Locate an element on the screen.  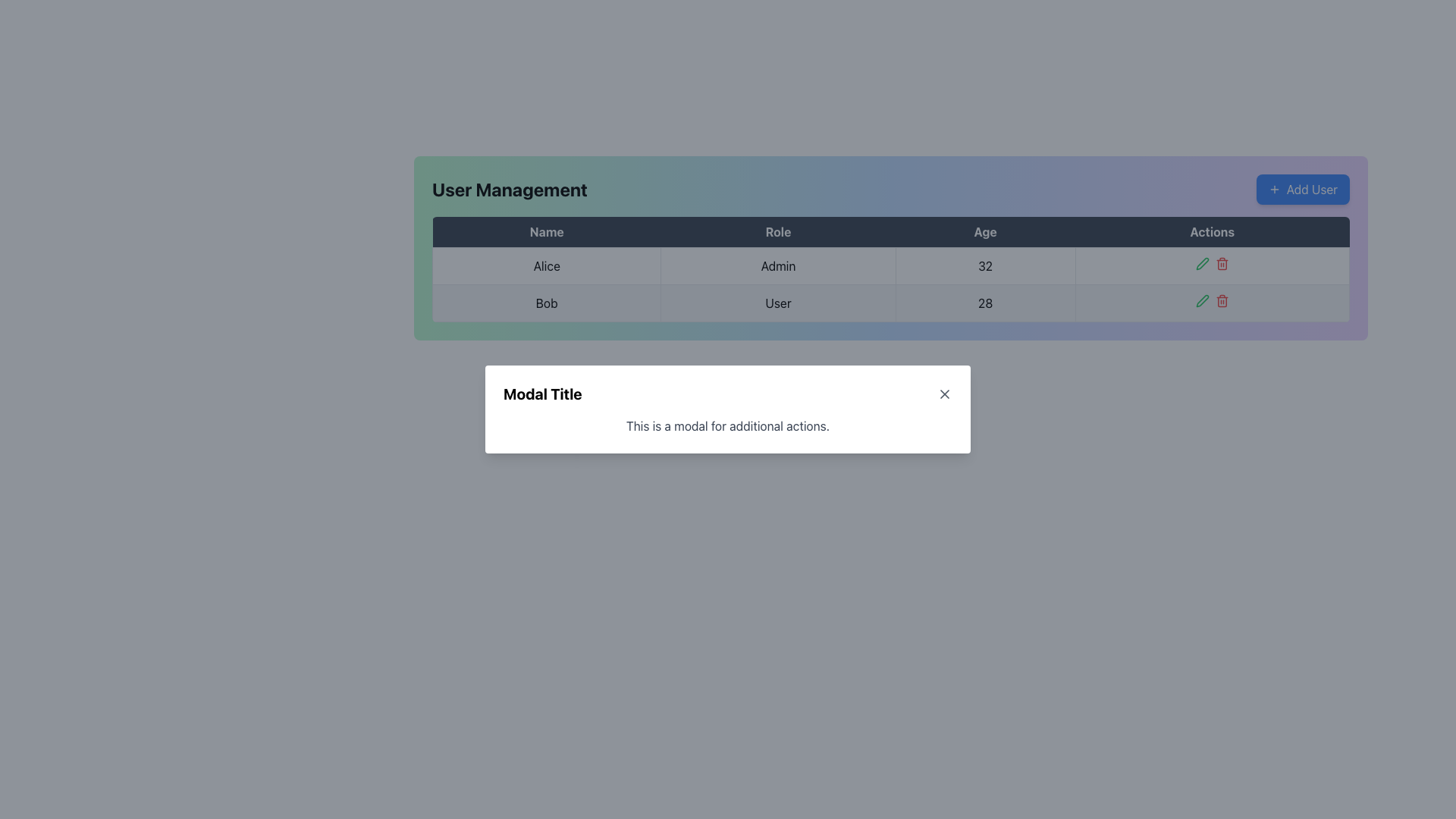
the button located at the top-right side of the 'User Management' panel is located at coordinates (1302, 189).